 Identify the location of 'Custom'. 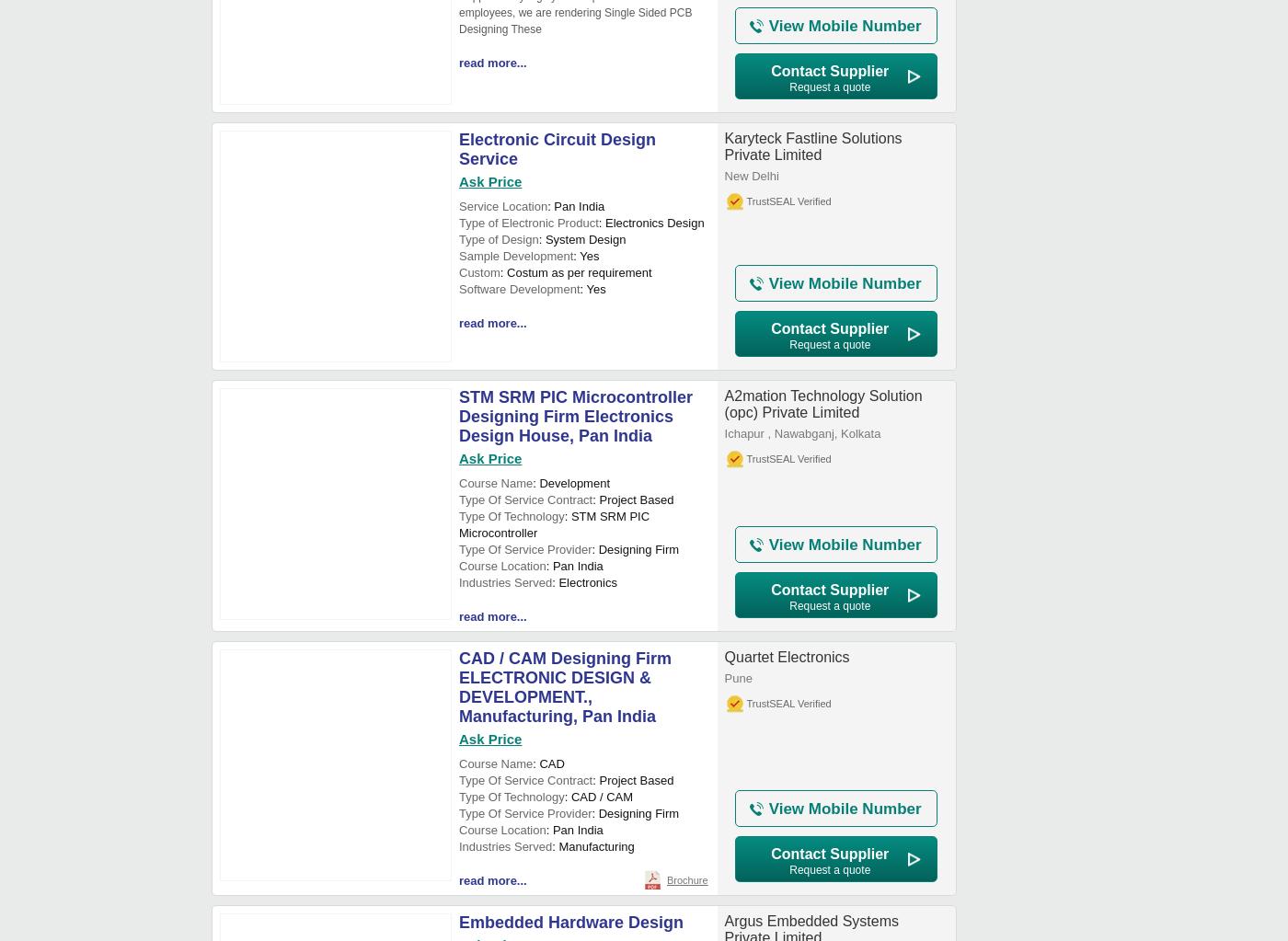
(478, 271).